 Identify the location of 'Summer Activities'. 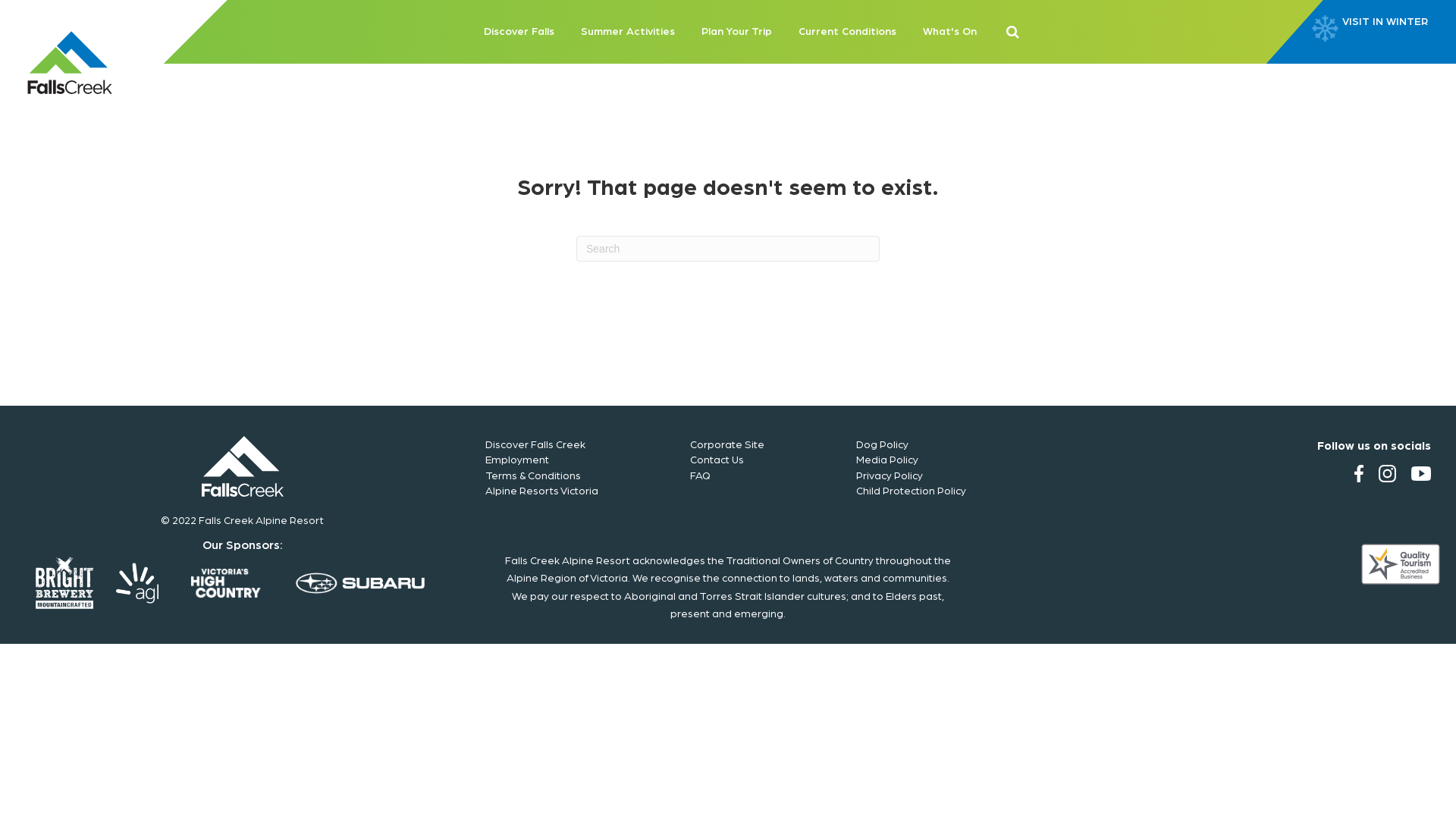
(628, 32).